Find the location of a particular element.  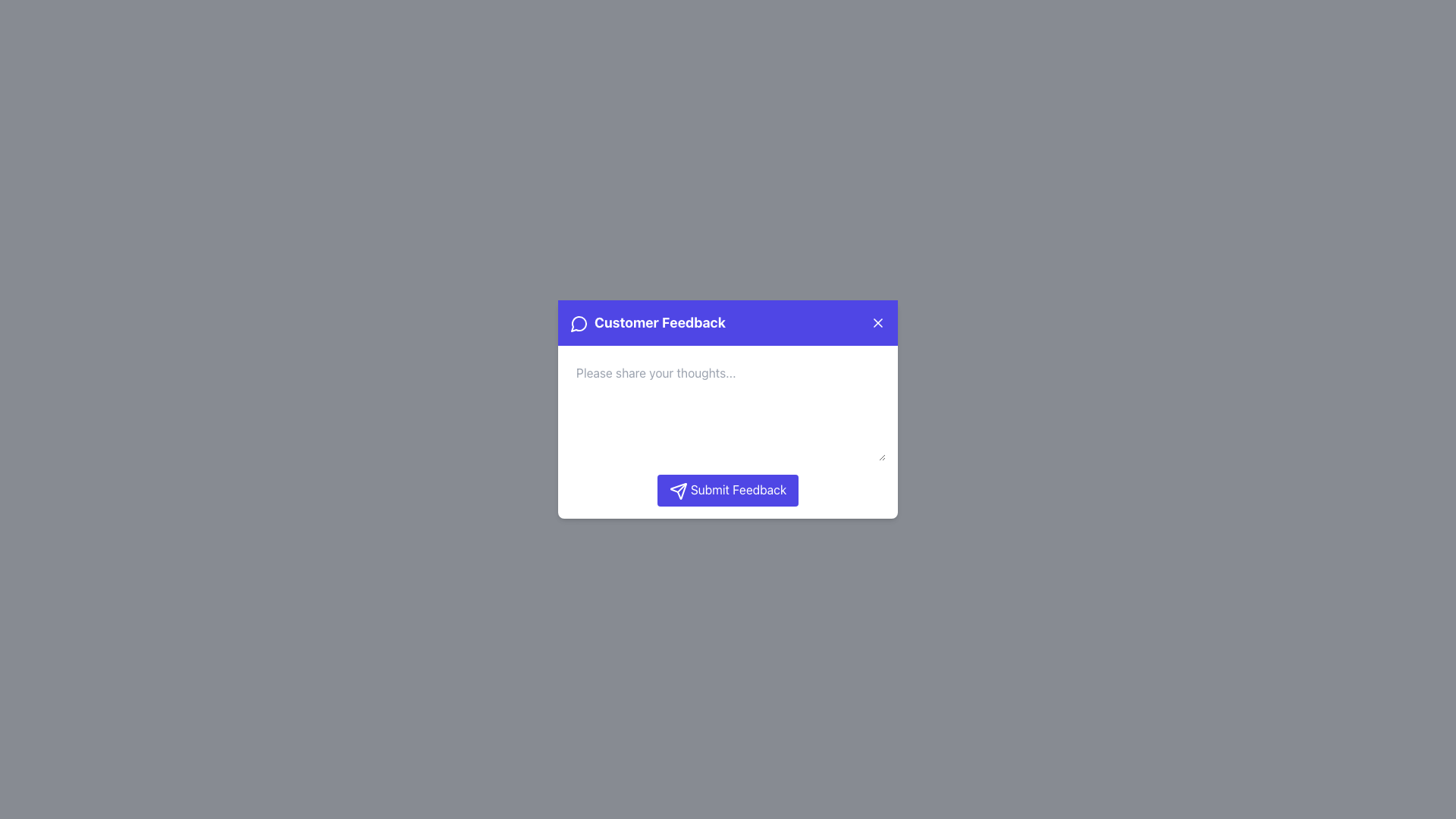

the 'Customer Feedback' text label, which is styled with white text on a purple background and located in the header of a pop-up interface, next to a speech bubble icon is located at coordinates (648, 322).